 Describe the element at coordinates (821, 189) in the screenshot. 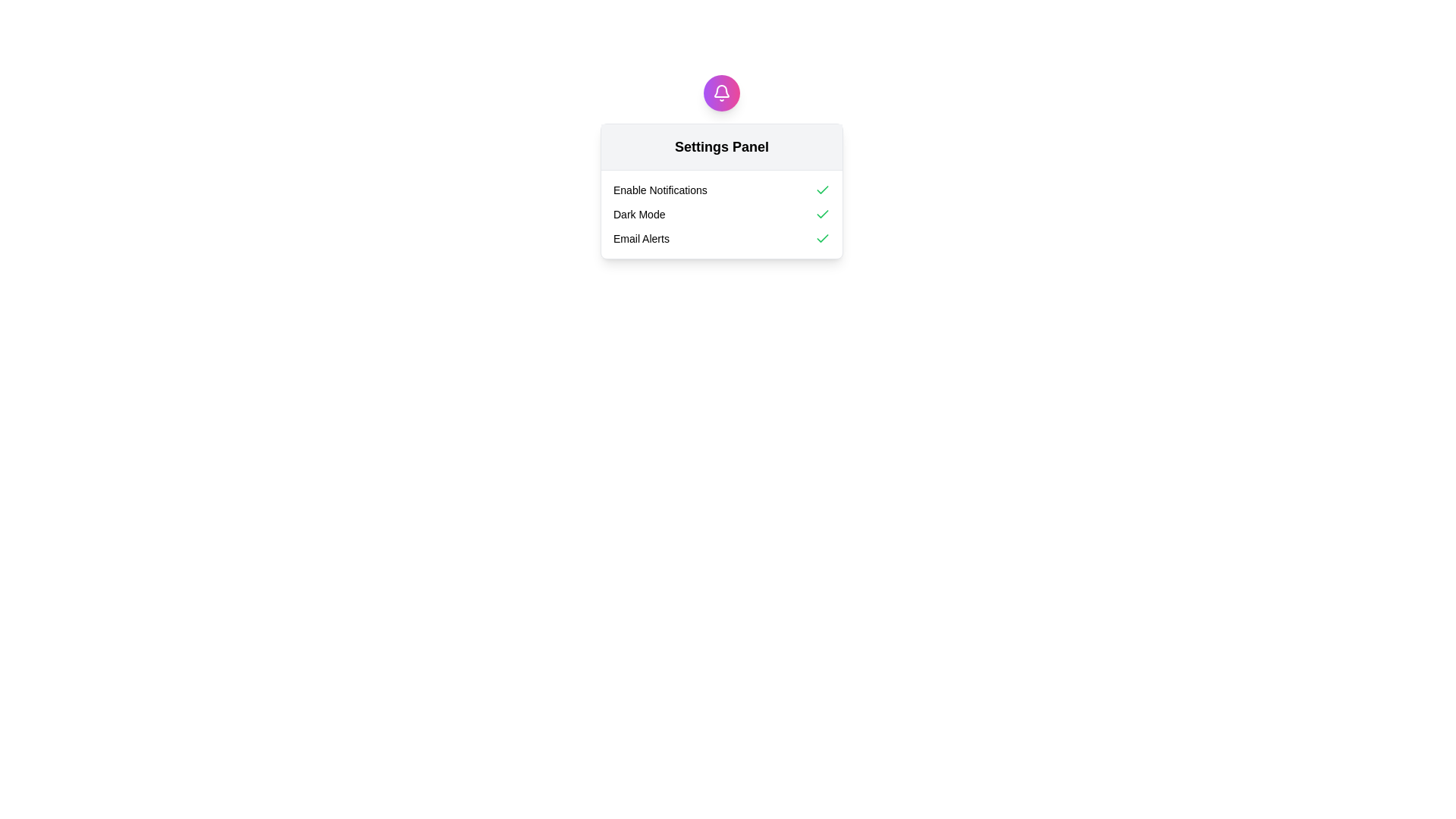

I see `the green checkmark icon located in the third row of the settings panel, to the right of the 'Email Alerts' label` at that location.